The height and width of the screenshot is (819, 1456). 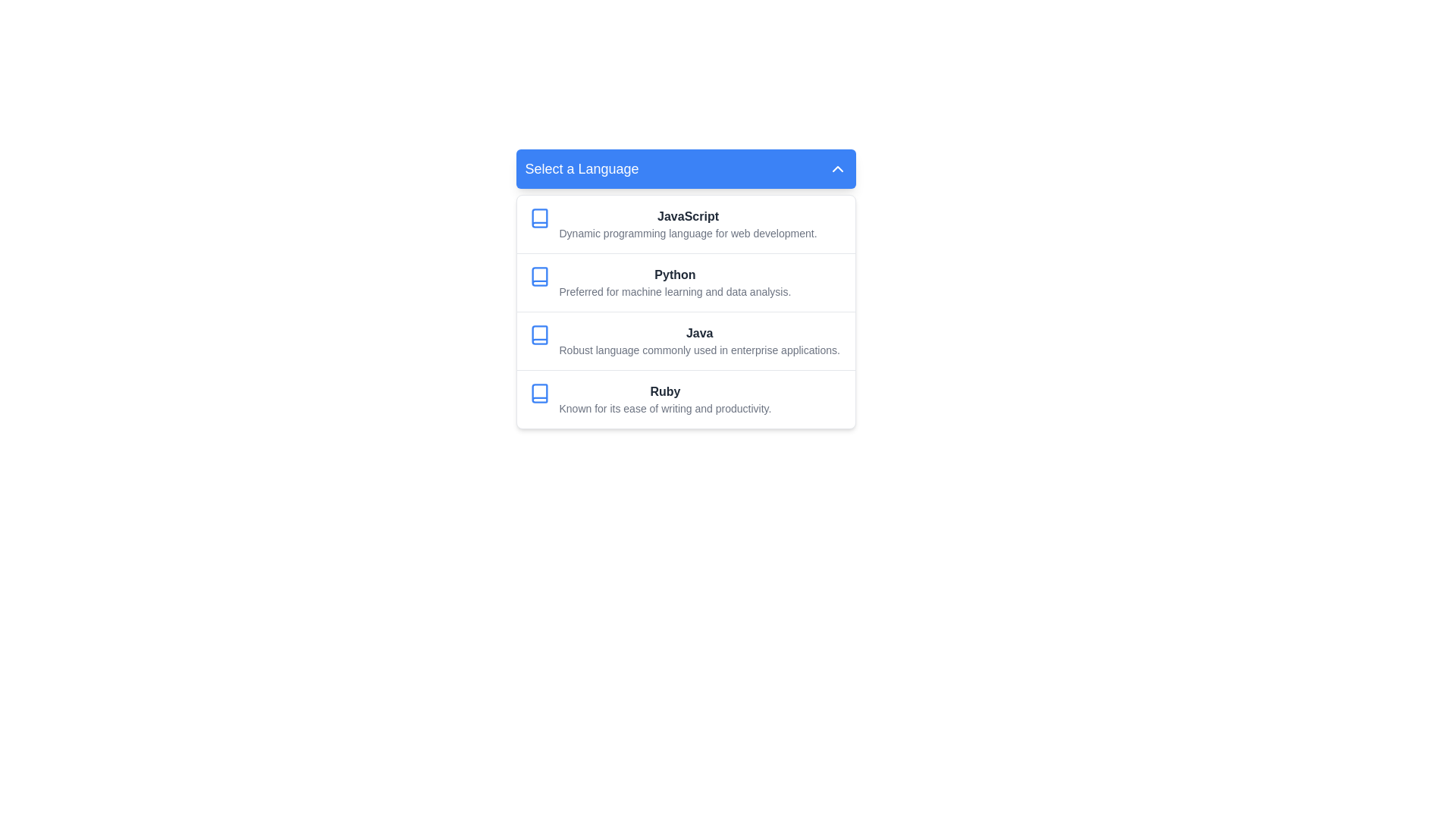 What do you see at coordinates (685, 398) in the screenshot?
I see `the fourth selectable list item in the dropdown menu labeled 'Select a Language'` at bounding box center [685, 398].